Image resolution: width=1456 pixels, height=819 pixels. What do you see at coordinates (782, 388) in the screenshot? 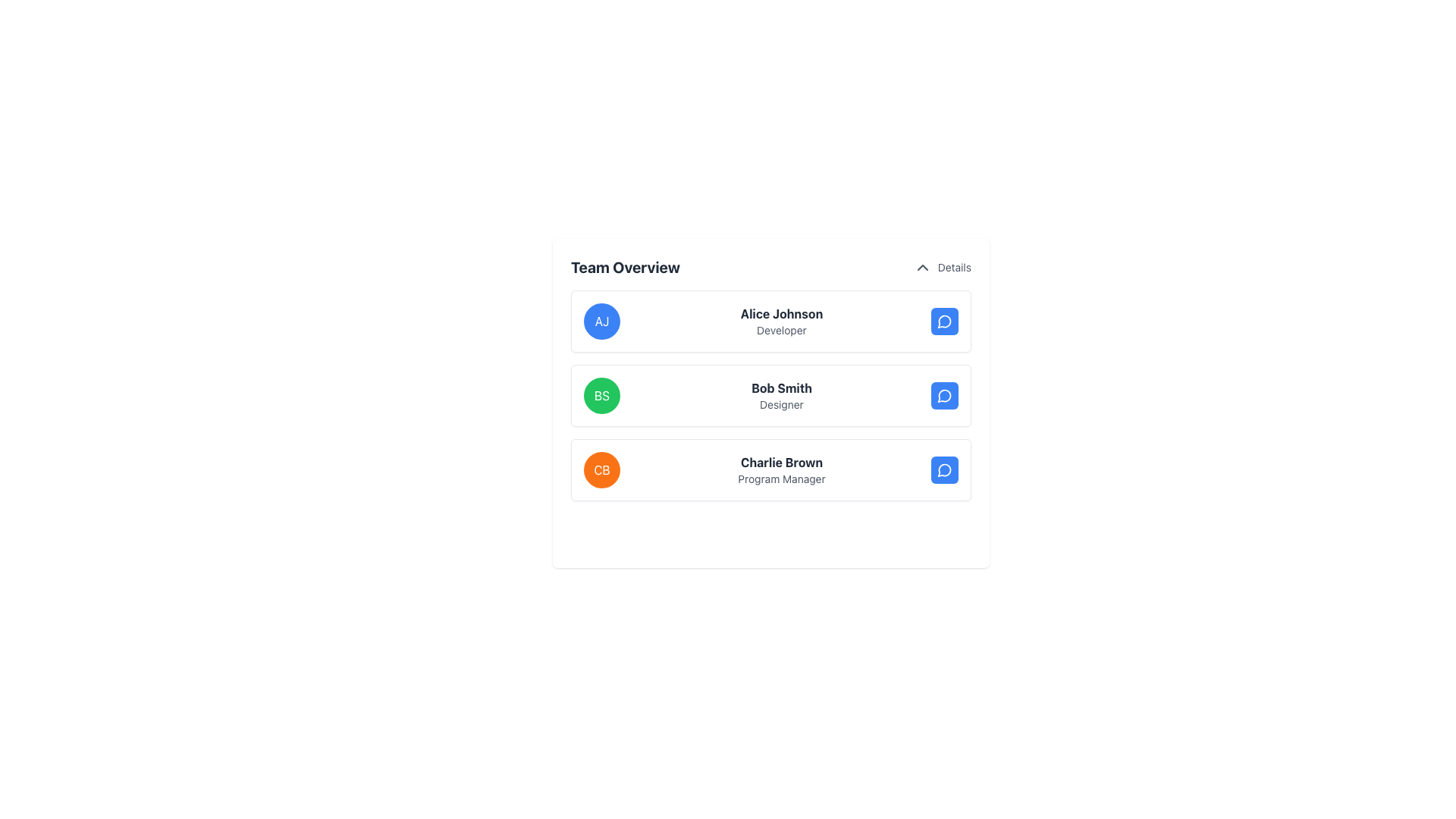
I see `the 'Bob Smith' text label, which displays the full name of an individual, positioned centrally in the second row of the list structure, to the right of the green 'BS' icon and above the 'Designer' label` at bounding box center [782, 388].